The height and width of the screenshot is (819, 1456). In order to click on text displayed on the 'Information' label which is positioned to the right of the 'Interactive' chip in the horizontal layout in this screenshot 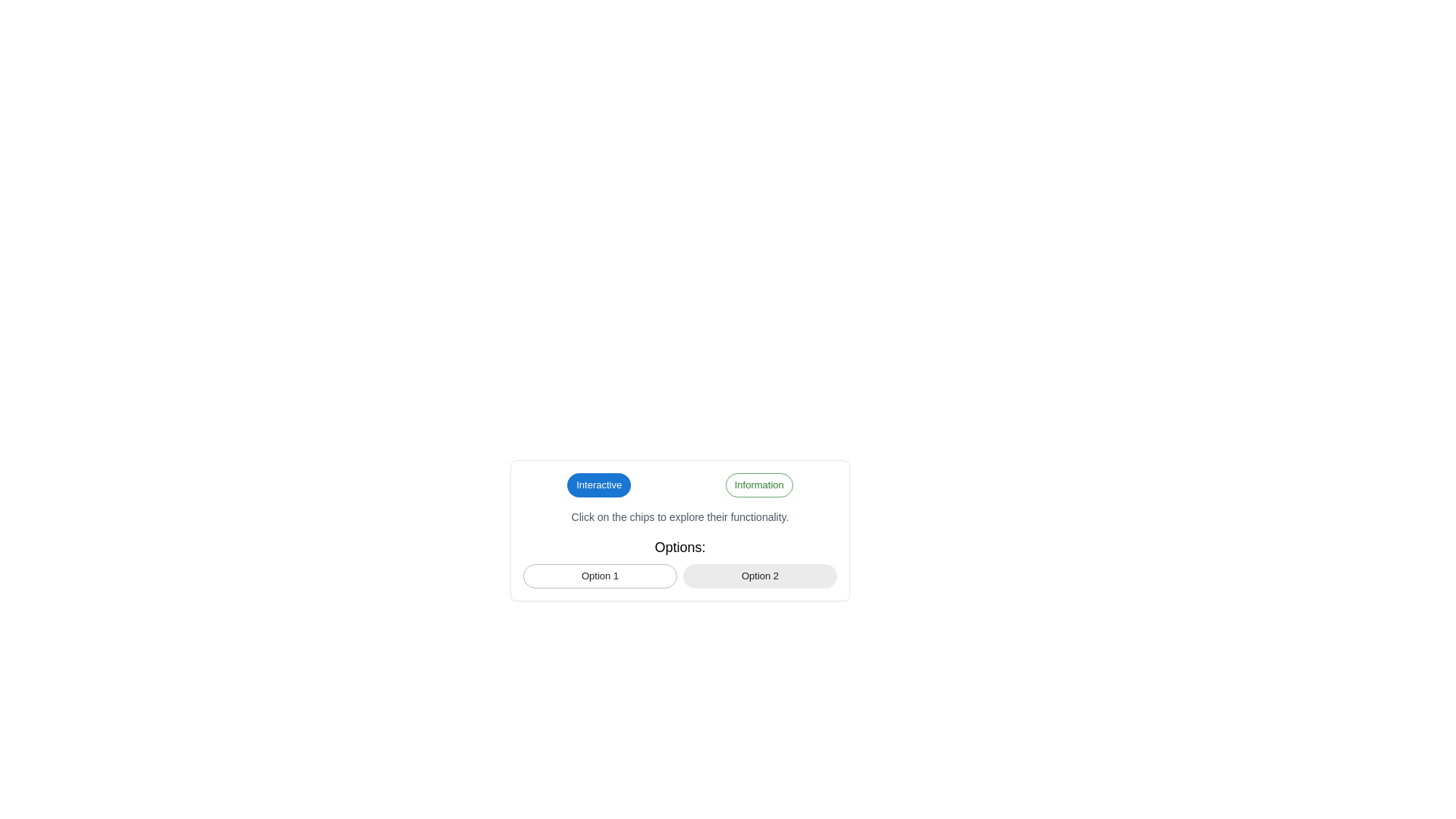, I will do `click(759, 485)`.